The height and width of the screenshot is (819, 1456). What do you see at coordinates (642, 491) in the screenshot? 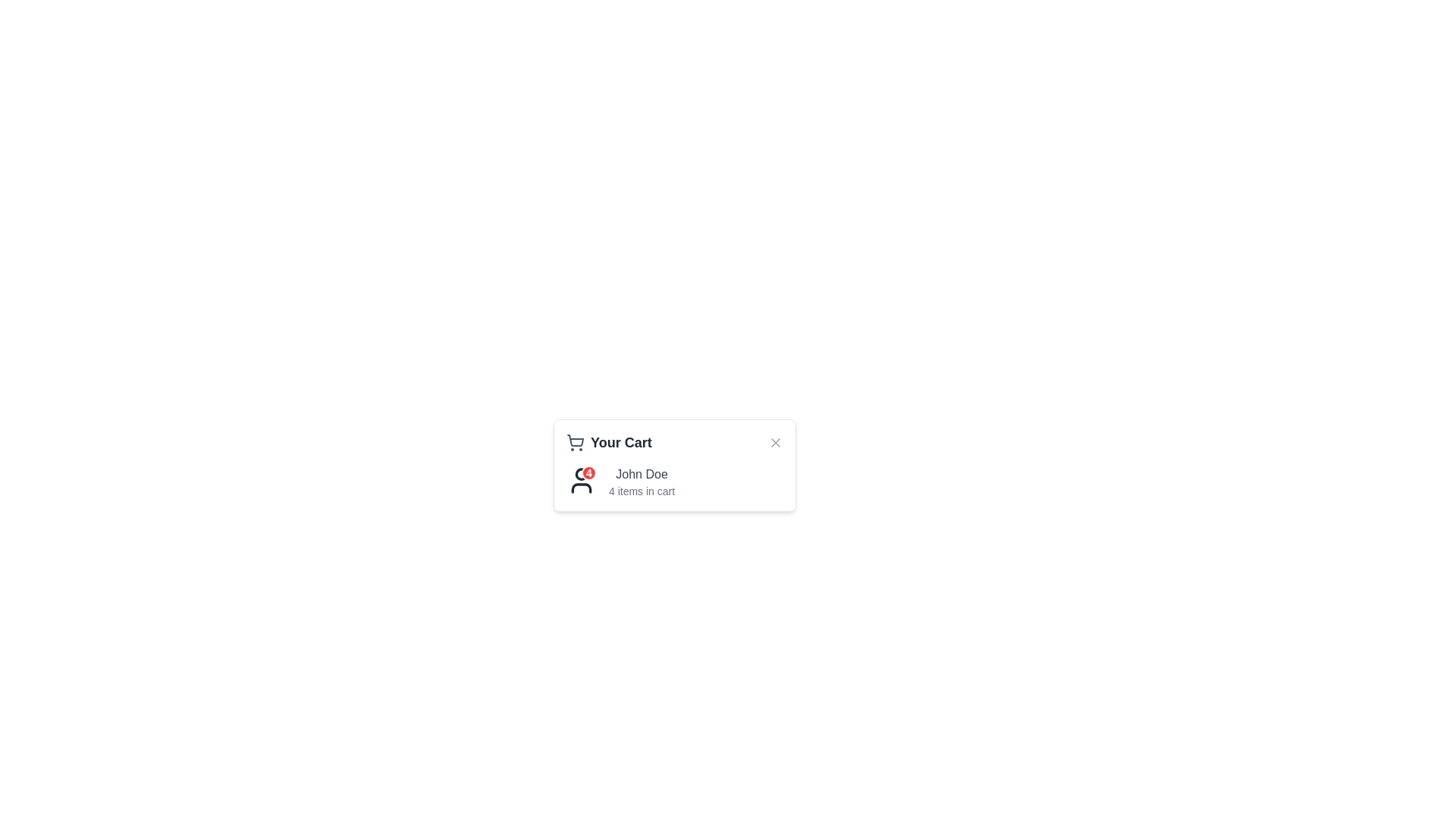
I see `text label indicating the number of items currently in the user's shopping cart, which is located under the title 'Your Cart' in the compact card layout` at bounding box center [642, 491].